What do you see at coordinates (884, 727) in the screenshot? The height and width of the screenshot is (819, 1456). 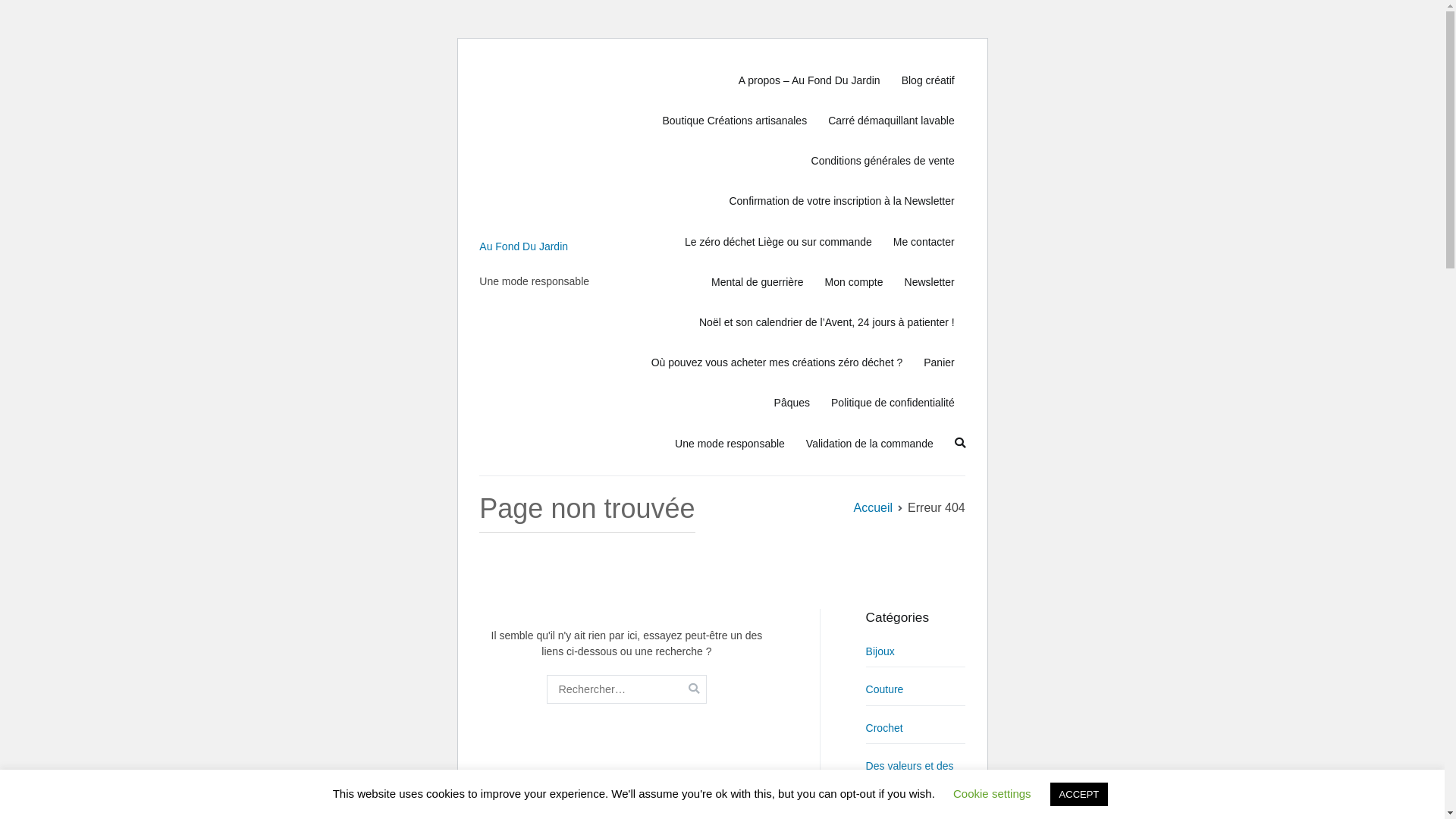 I see `'Crochet'` at bounding box center [884, 727].